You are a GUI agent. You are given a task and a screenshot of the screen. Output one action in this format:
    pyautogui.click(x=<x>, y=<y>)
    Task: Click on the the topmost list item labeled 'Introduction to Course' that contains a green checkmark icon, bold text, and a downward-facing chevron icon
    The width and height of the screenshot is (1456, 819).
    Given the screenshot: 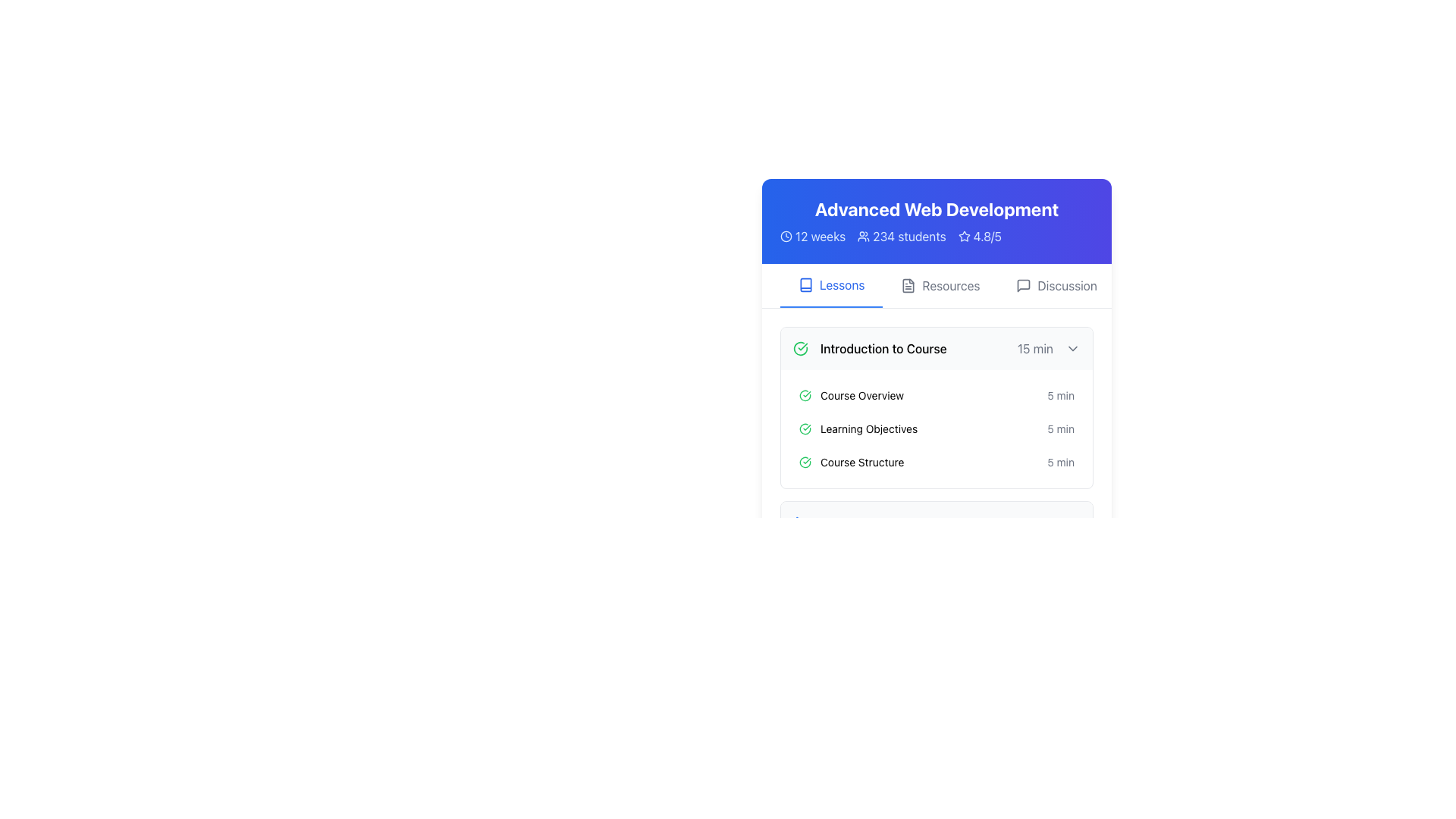 What is the action you would take?
    pyautogui.click(x=936, y=348)
    